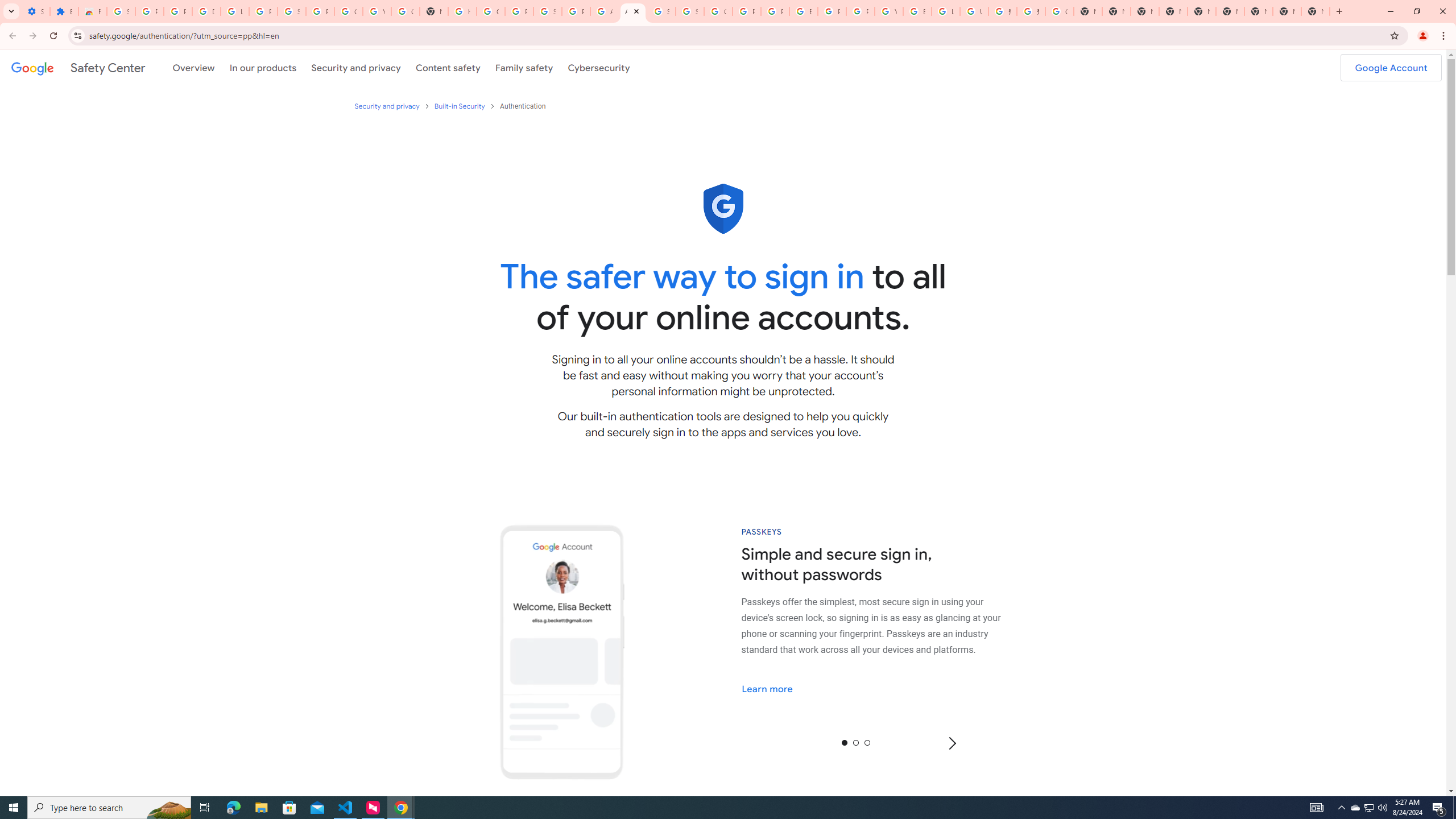 The width and height of the screenshot is (1456, 819). Describe the element at coordinates (92, 11) in the screenshot. I see `'Reviews: Helix Fruit Jump Arcade Game'` at that location.